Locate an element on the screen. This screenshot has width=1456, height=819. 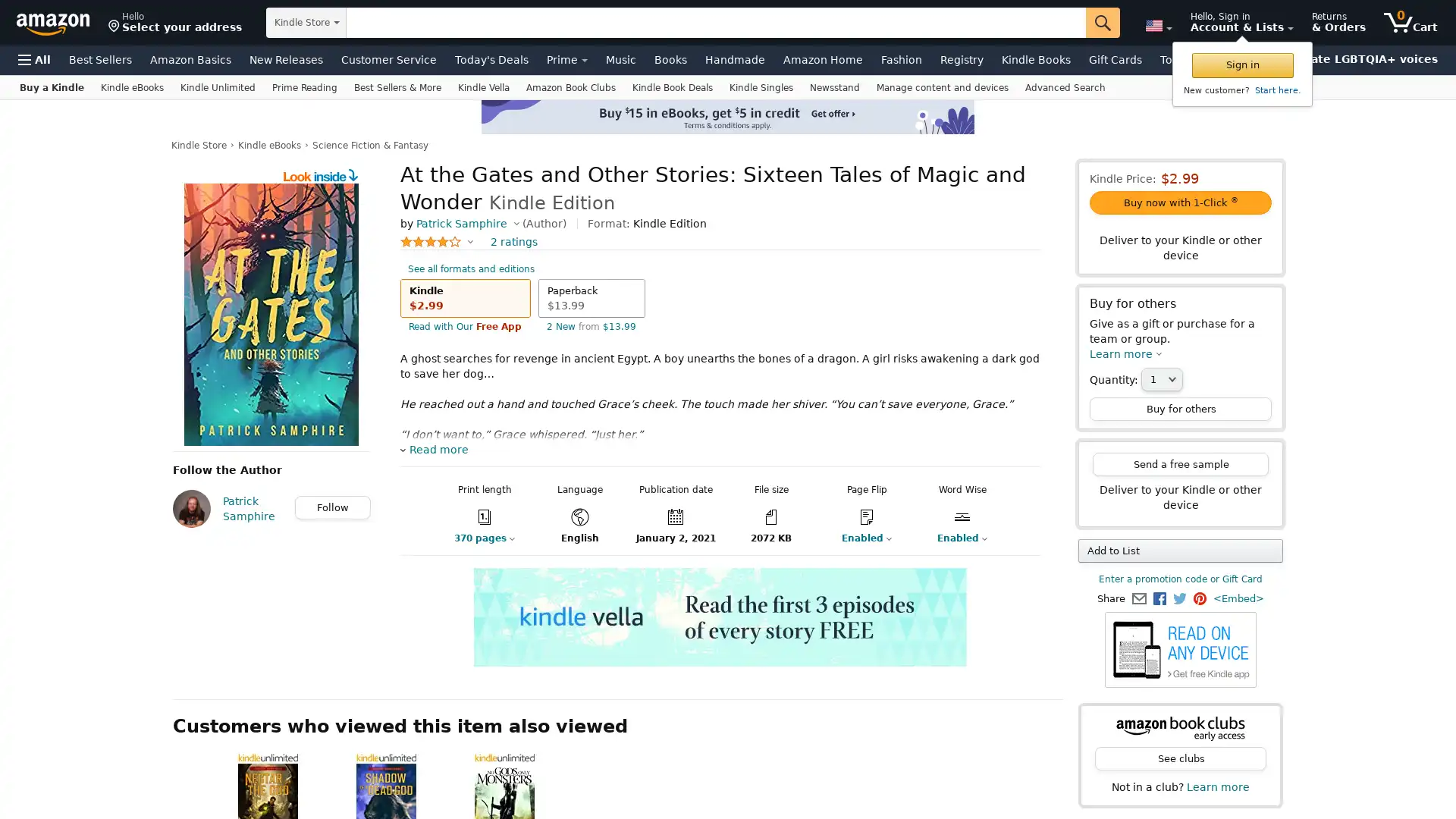
See clubs is located at coordinates (1179, 758).